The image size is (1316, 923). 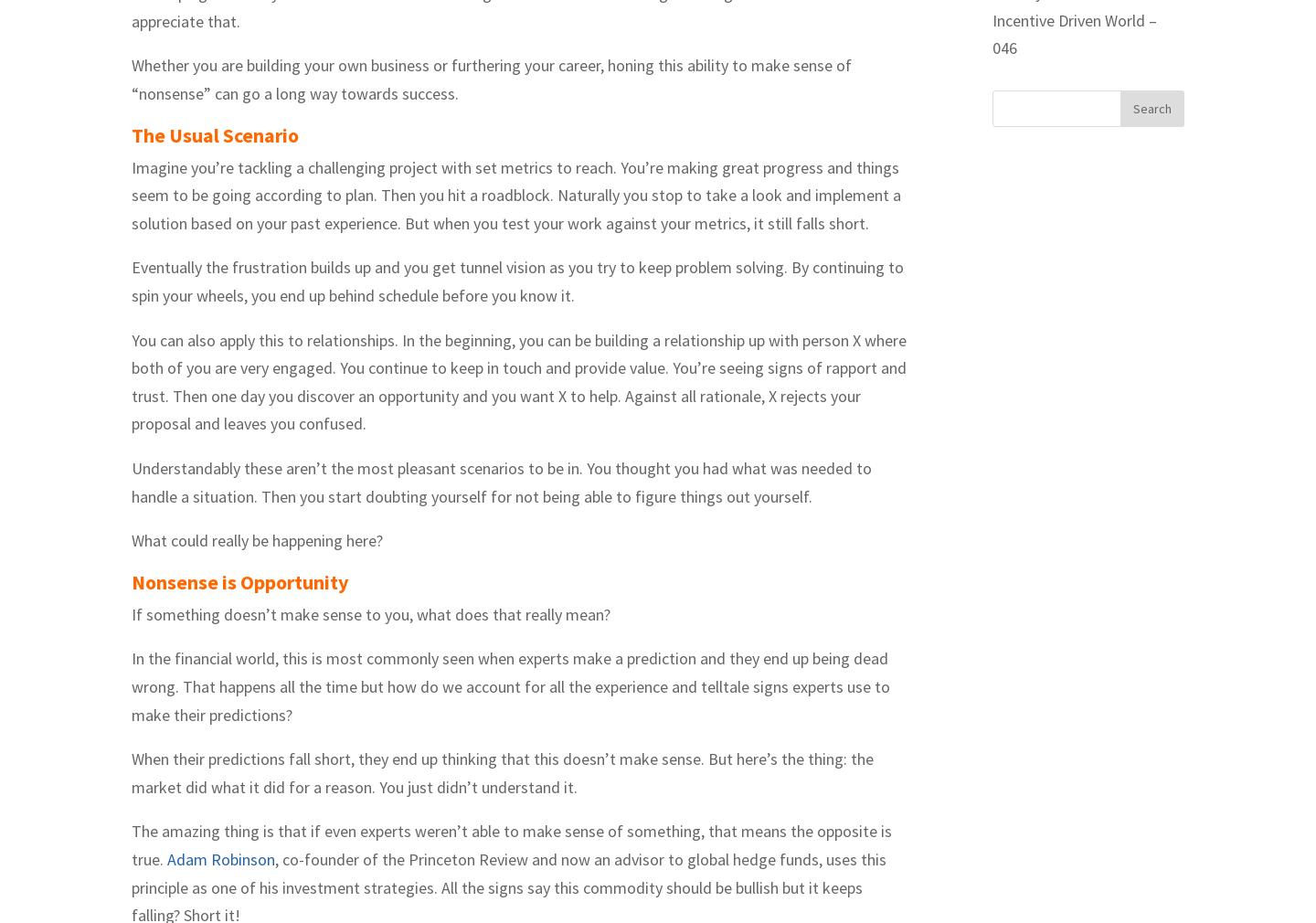 What do you see at coordinates (516, 194) in the screenshot?
I see `'Imagine you’re tackling a challenging project with set metrics to reach. You’re making great progress and things seem to be going according to plan. Then you hit a roadblock. Naturally you stop to take a look and implement a solution based on your past experience. But when you test your work against your metrics, it still falls short.'` at bounding box center [516, 194].